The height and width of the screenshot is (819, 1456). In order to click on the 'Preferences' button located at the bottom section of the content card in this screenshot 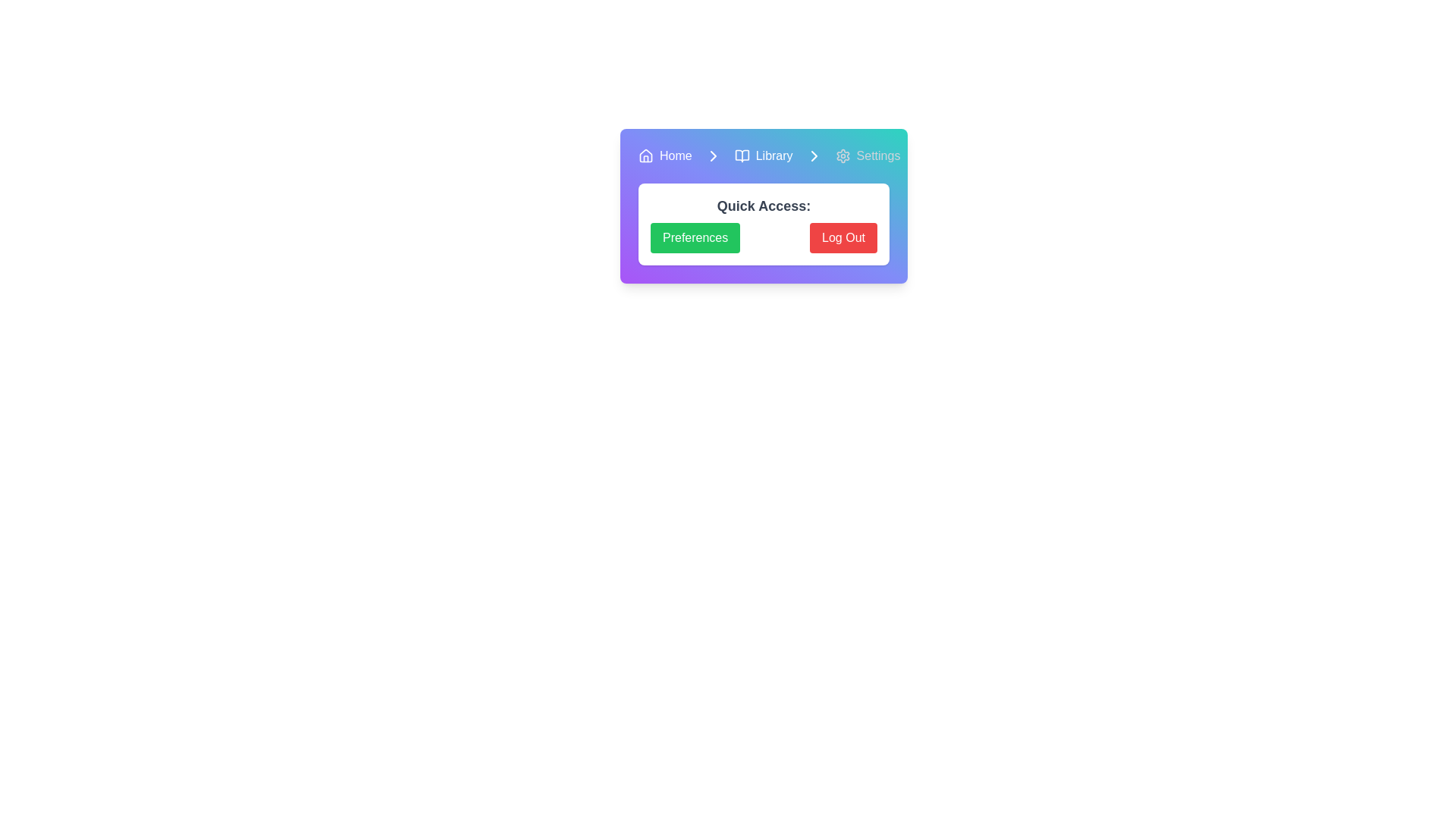, I will do `click(694, 237)`.